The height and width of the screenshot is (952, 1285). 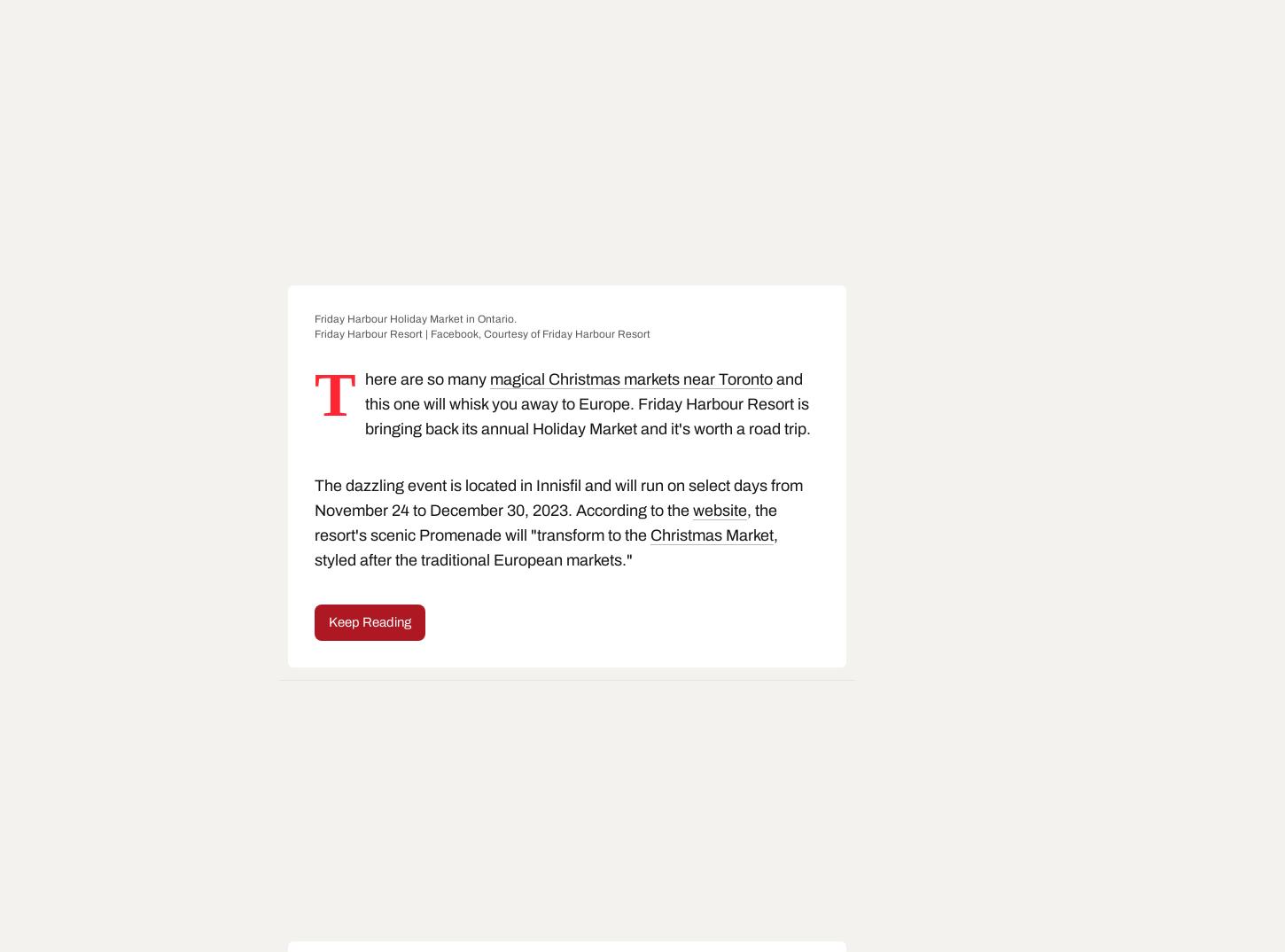 What do you see at coordinates (414, 318) in the screenshot?
I see `'Friday Harbour Holiday Market in Ontario.'` at bounding box center [414, 318].